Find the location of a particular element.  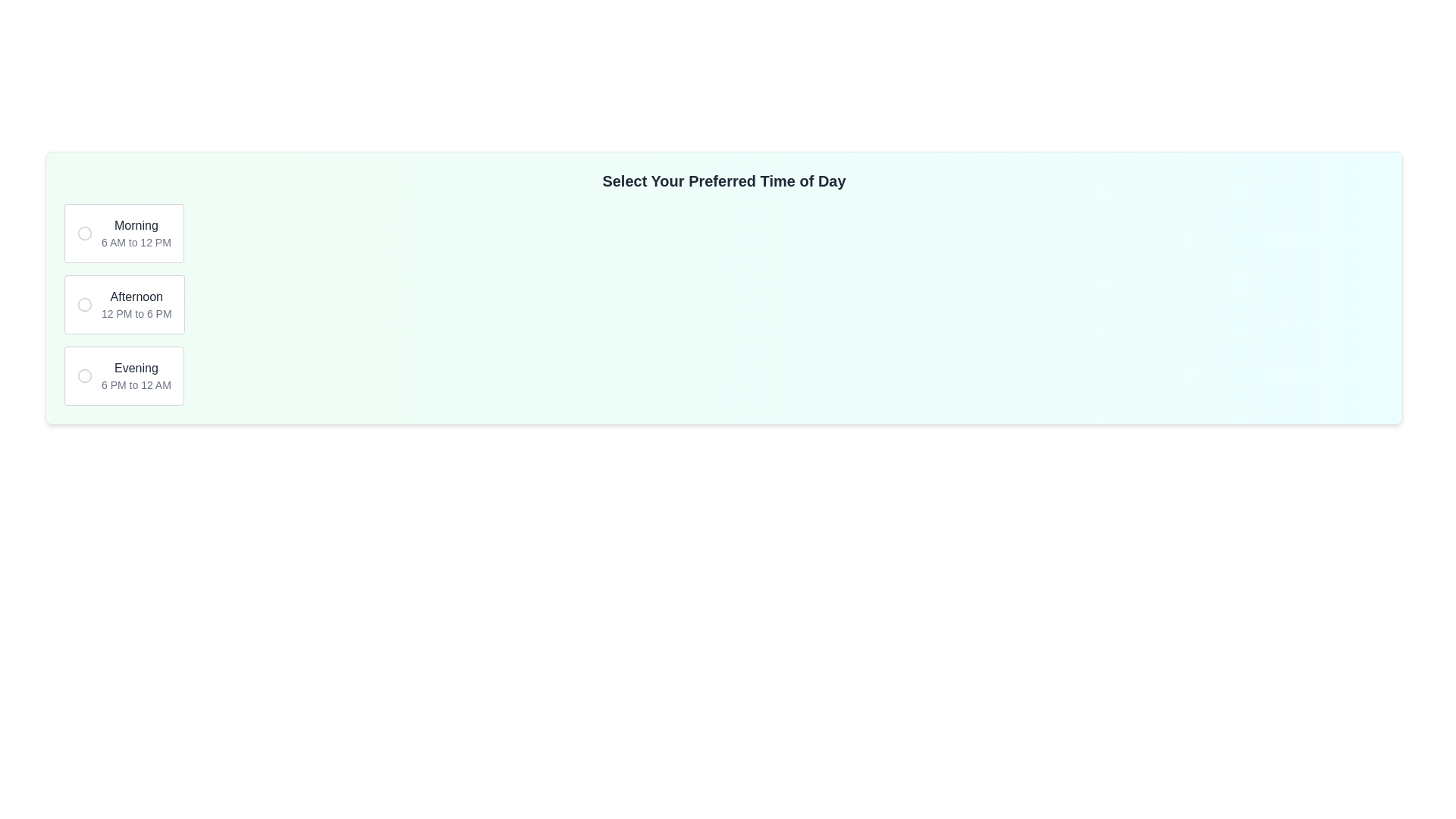

the Static Text Label displaying 'Afternoon', which is the first inline text of the second row in a vertical list of time period options is located at coordinates (136, 297).